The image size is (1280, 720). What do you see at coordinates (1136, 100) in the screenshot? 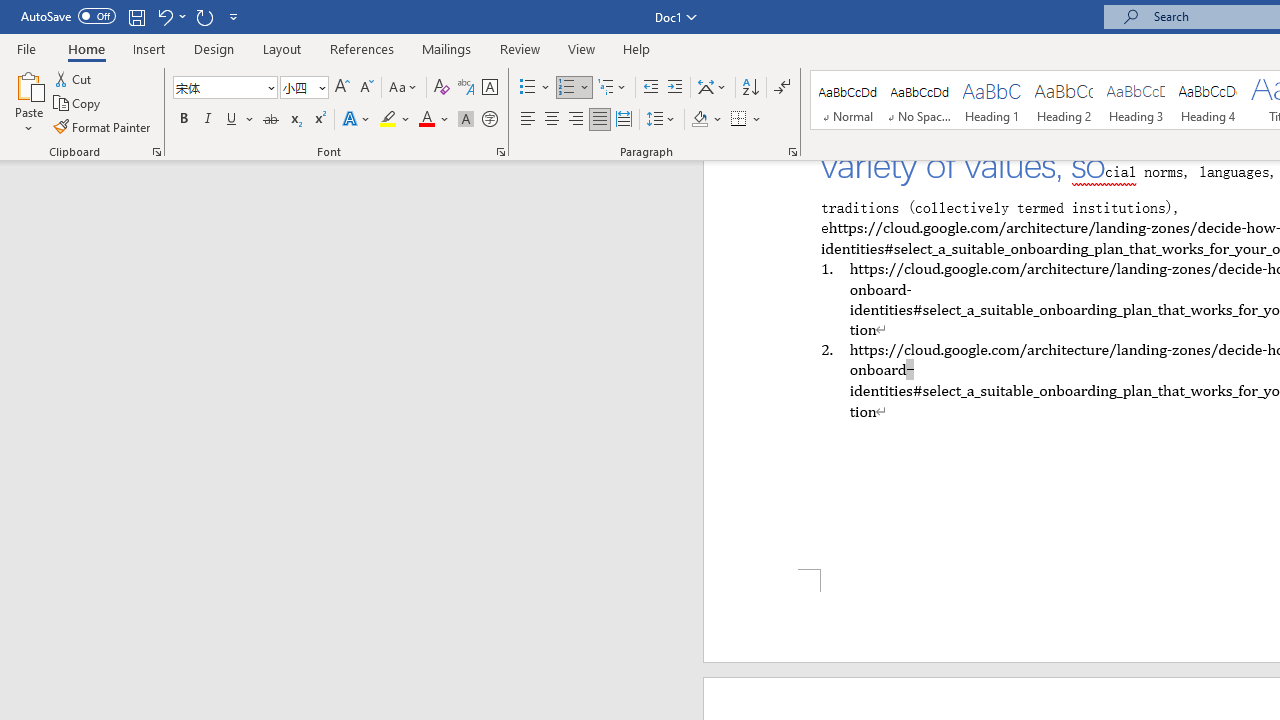
I see `'Heading 3'` at bounding box center [1136, 100].